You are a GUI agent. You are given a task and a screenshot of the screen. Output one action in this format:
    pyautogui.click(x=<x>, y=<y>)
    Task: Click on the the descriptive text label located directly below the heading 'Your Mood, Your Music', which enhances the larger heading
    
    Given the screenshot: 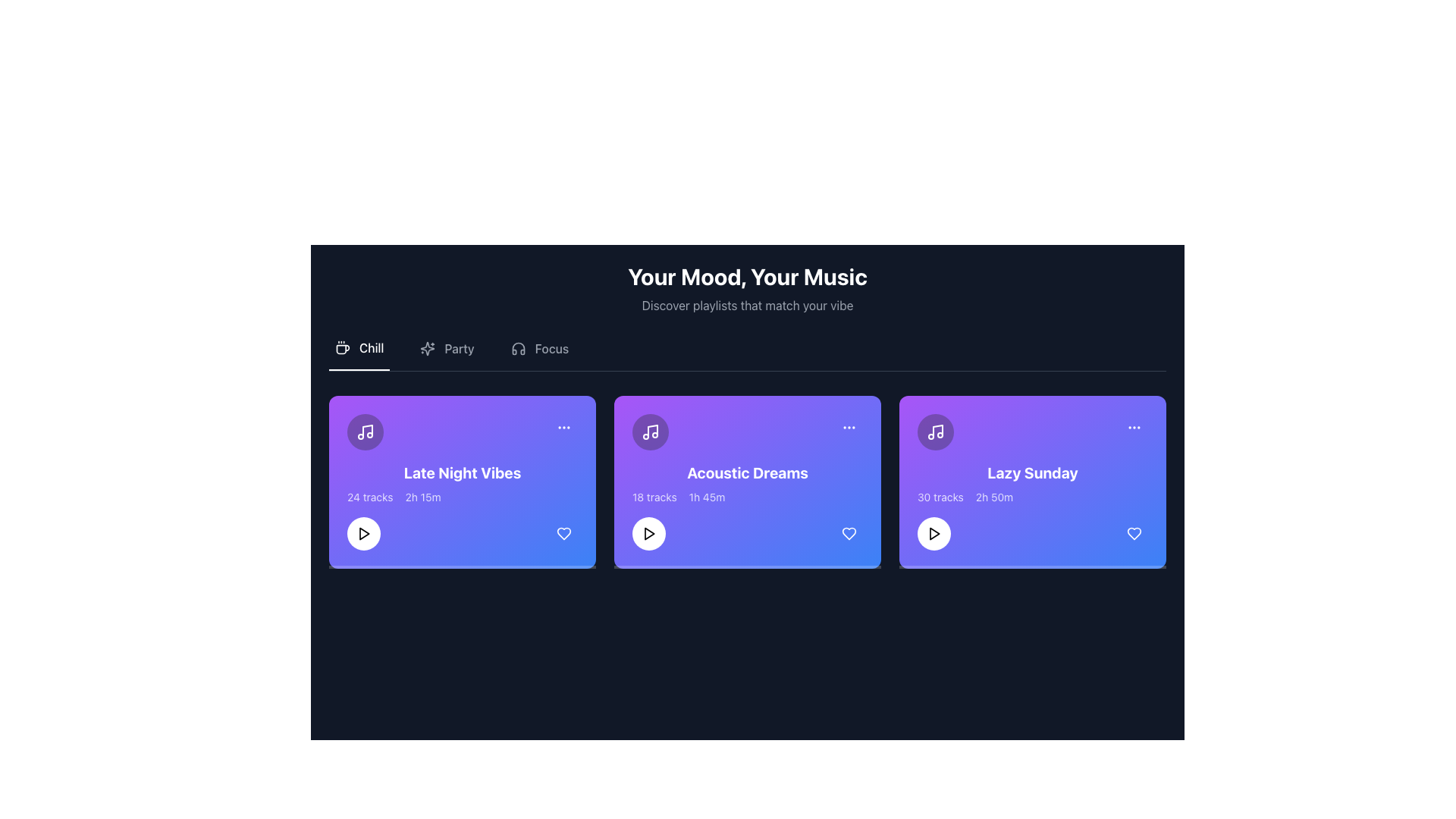 What is the action you would take?
    pyautogui.click(x=747, y=305)
    